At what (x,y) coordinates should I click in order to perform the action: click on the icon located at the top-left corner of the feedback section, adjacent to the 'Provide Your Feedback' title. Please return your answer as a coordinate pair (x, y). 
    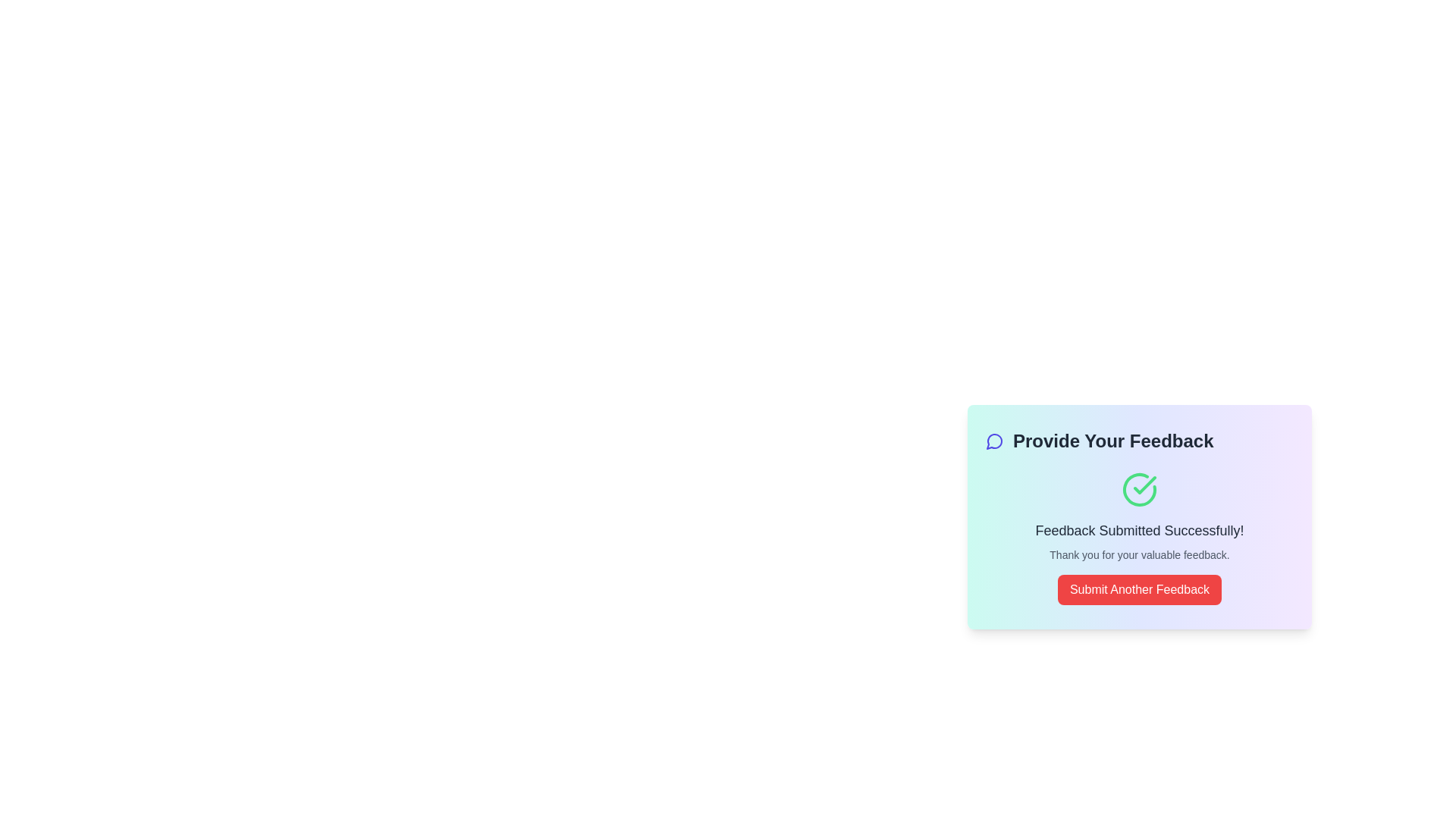
    Looking at the image, I should click on (994, 441).